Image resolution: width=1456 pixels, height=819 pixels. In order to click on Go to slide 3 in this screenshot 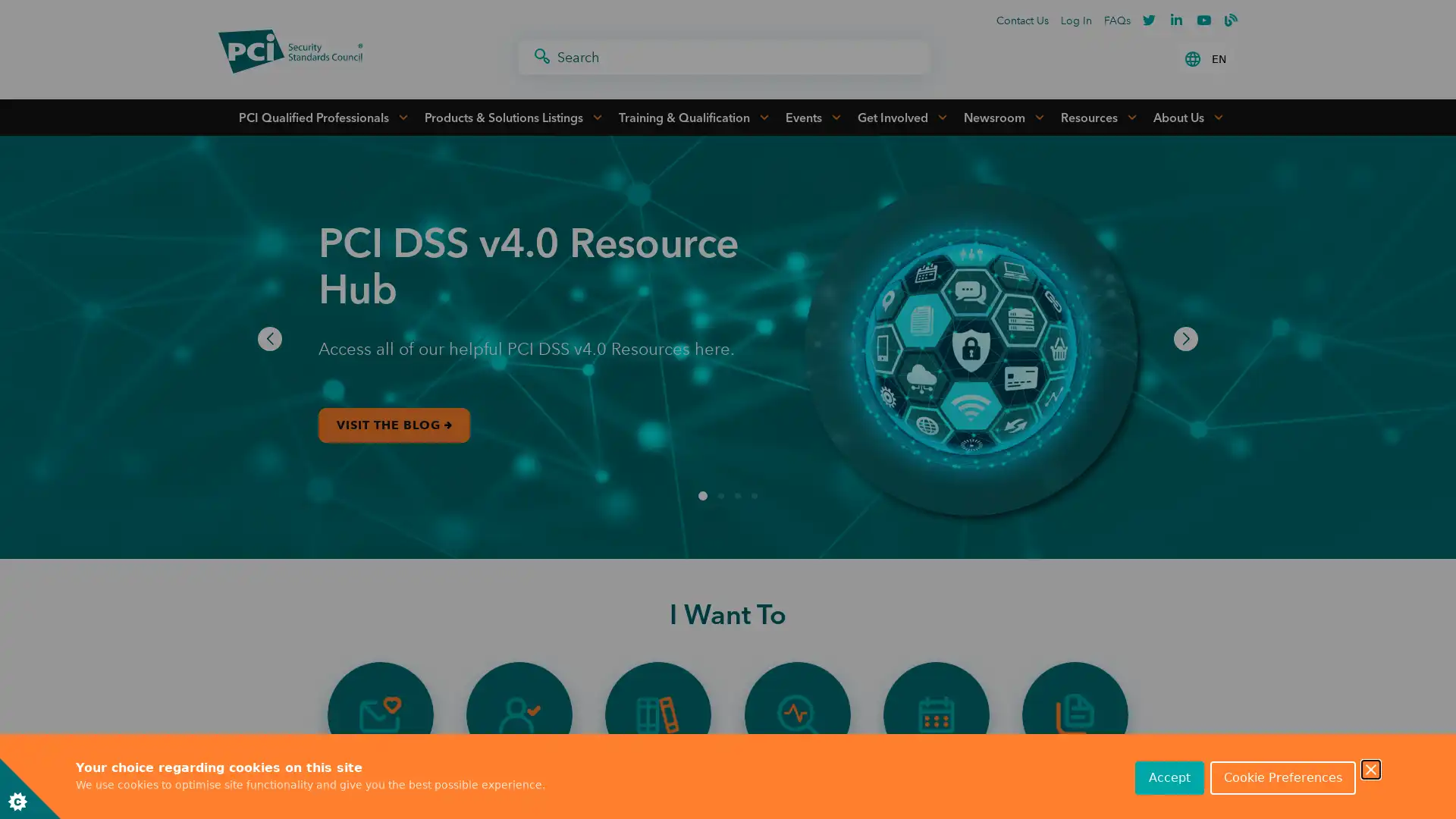, I will do `click(738, 496)`.